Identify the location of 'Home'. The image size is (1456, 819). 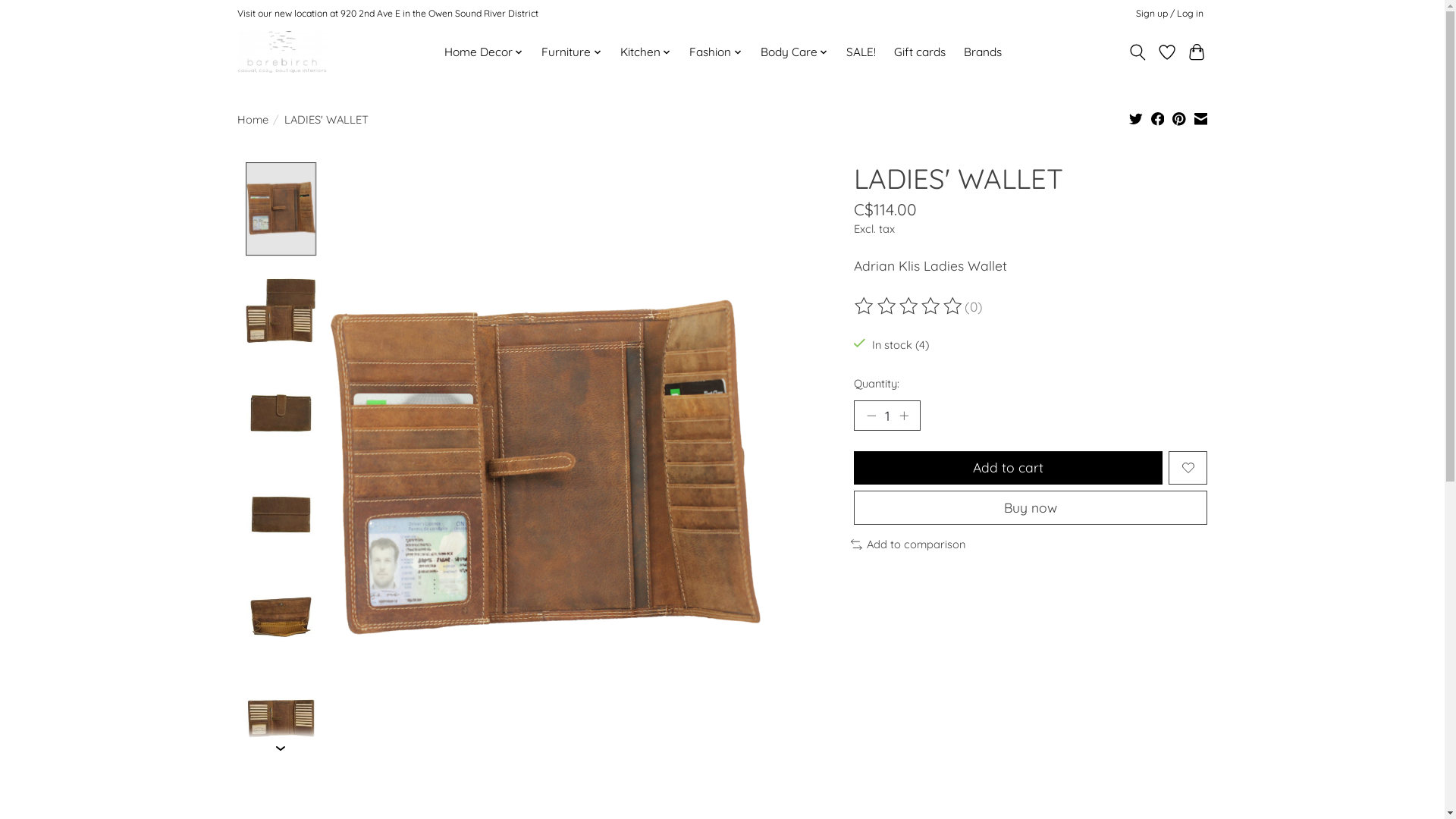
(252, 118).